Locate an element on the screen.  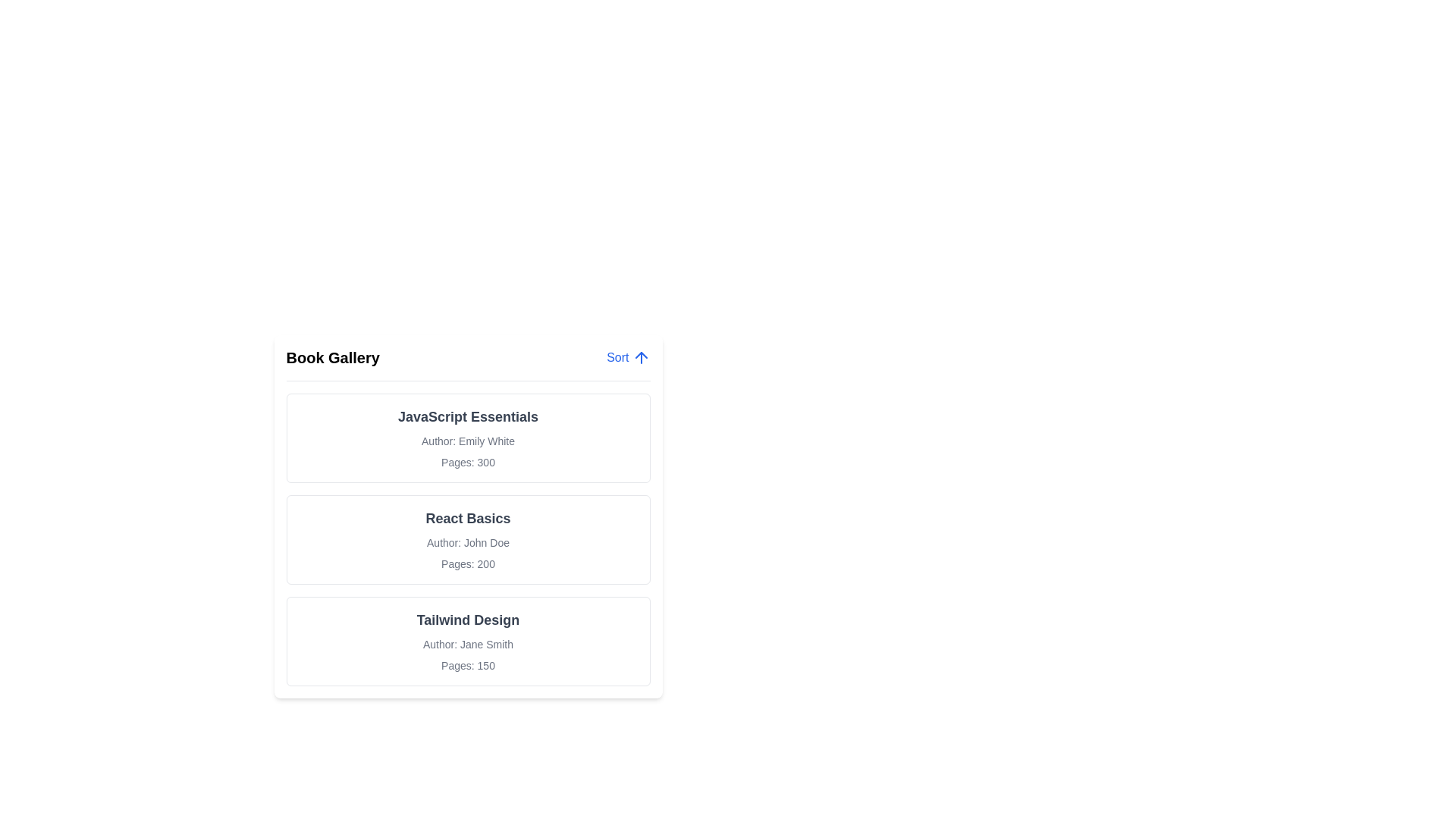
text content of the author's name label located within the 'Tailwind Design' card, positioned beneath the title and above the page count is located at coordinates (467, 644).